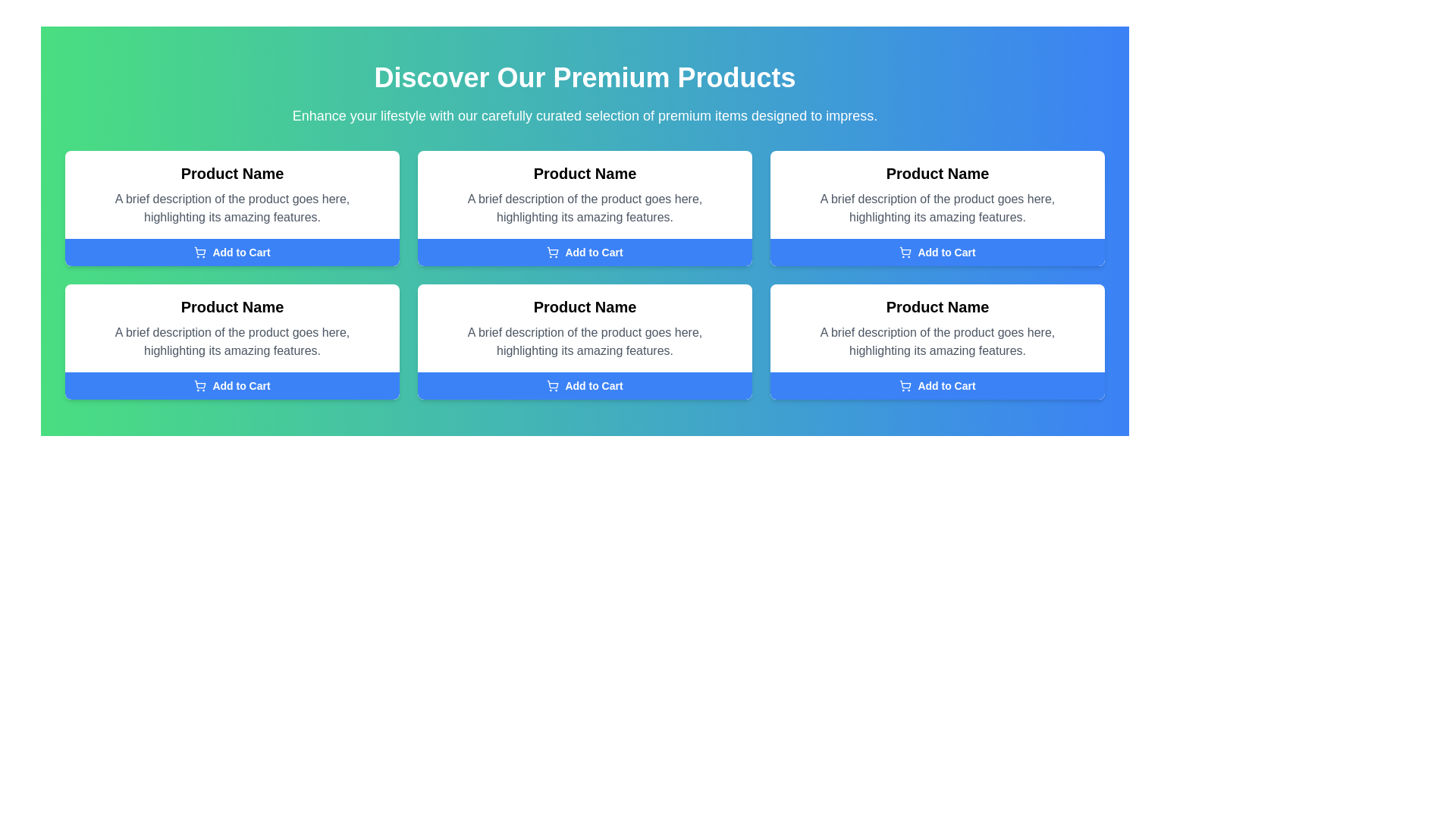  I want to click on text paragraph that says 'Enhance your lifestyle with our carefully curated selection of premium items designed to impress.' located beneath the header 'Discover Our Premium Products', so click(584, 115).